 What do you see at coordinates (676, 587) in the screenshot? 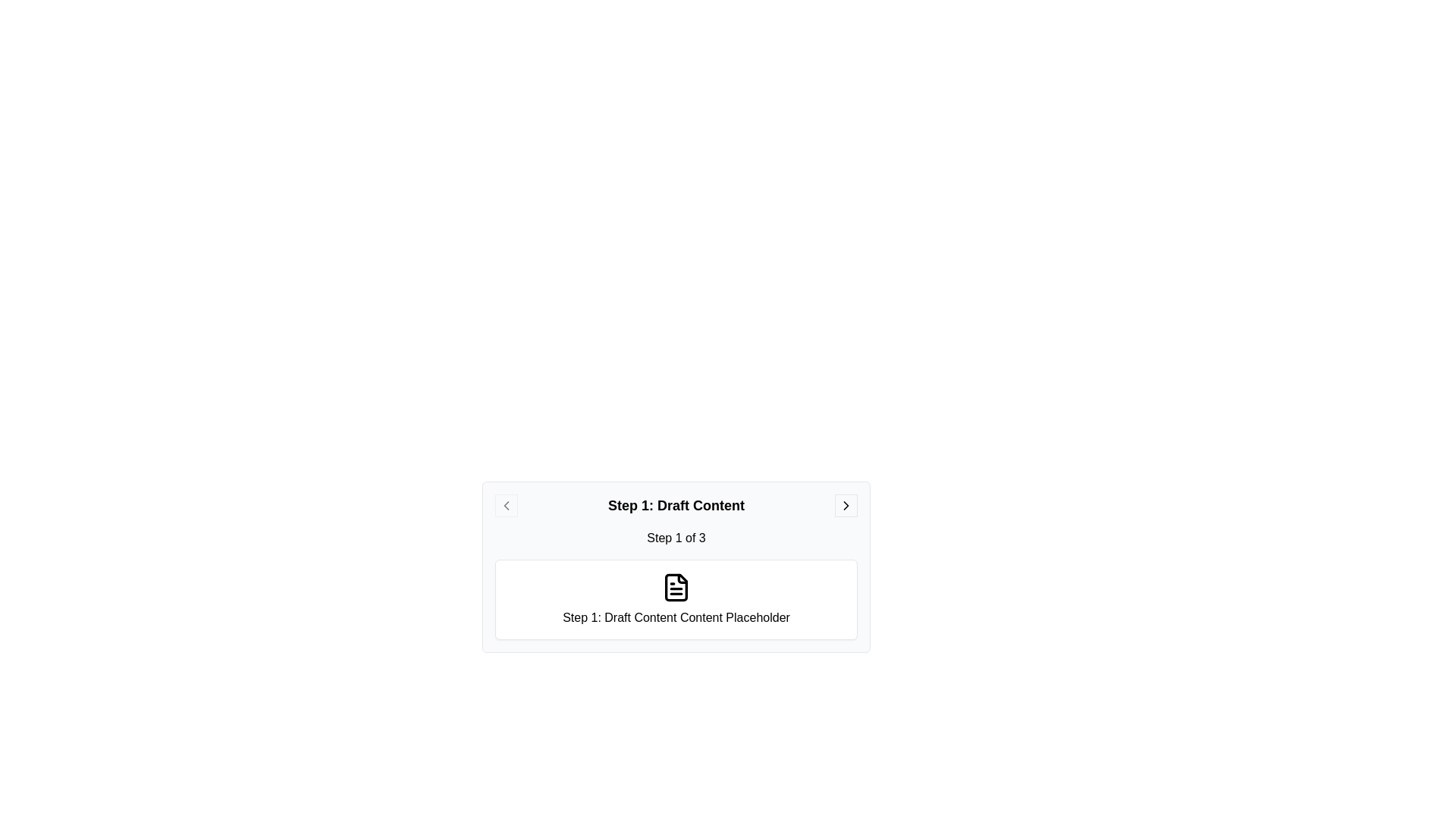
I see `the icon to inspect it` at bounding box center [676, 587].